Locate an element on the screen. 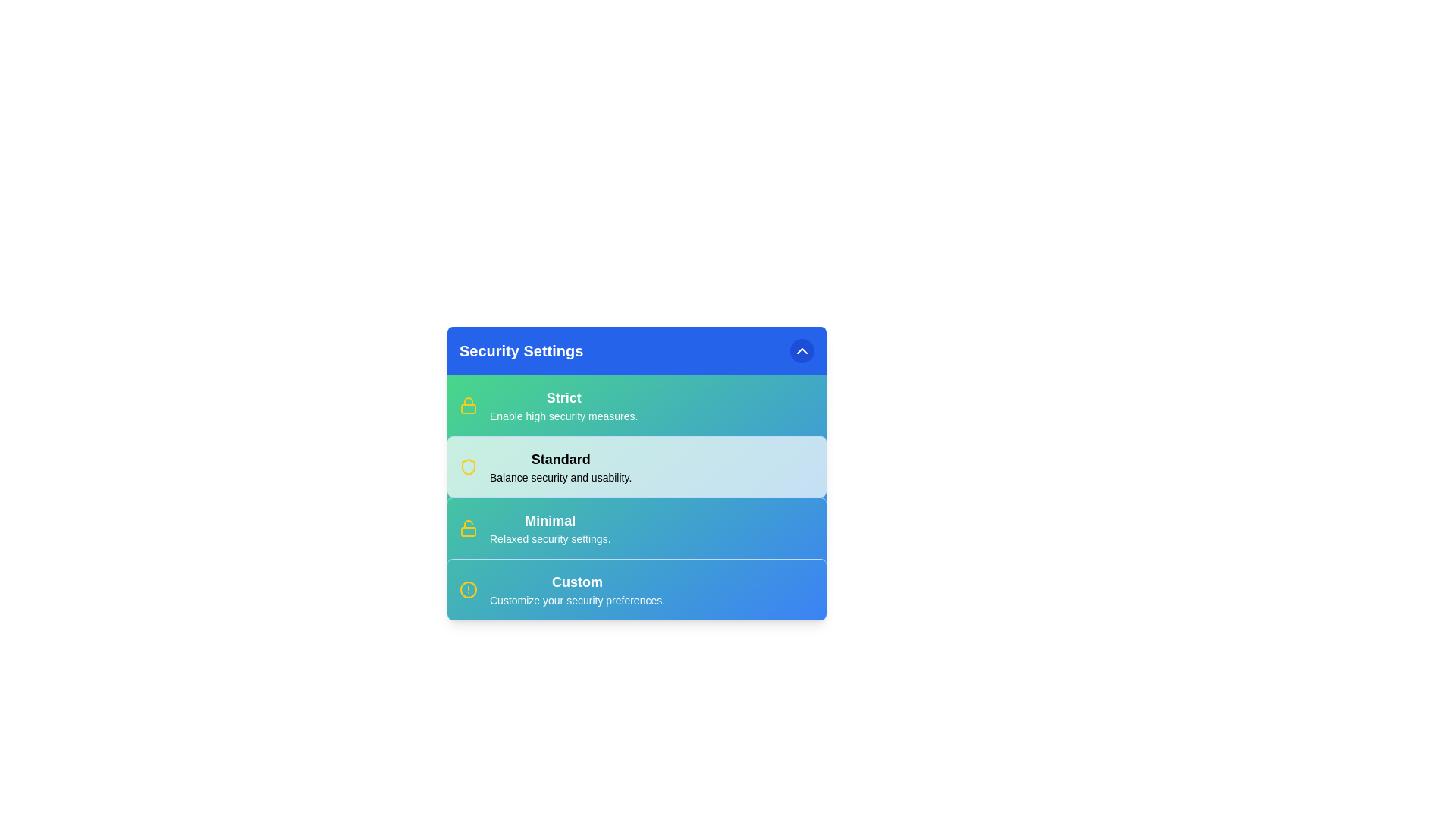 Image resolution: width=1456 pixels, height=819 pixels. the security option Minimal to read its description is located at coordinates (549, 519).